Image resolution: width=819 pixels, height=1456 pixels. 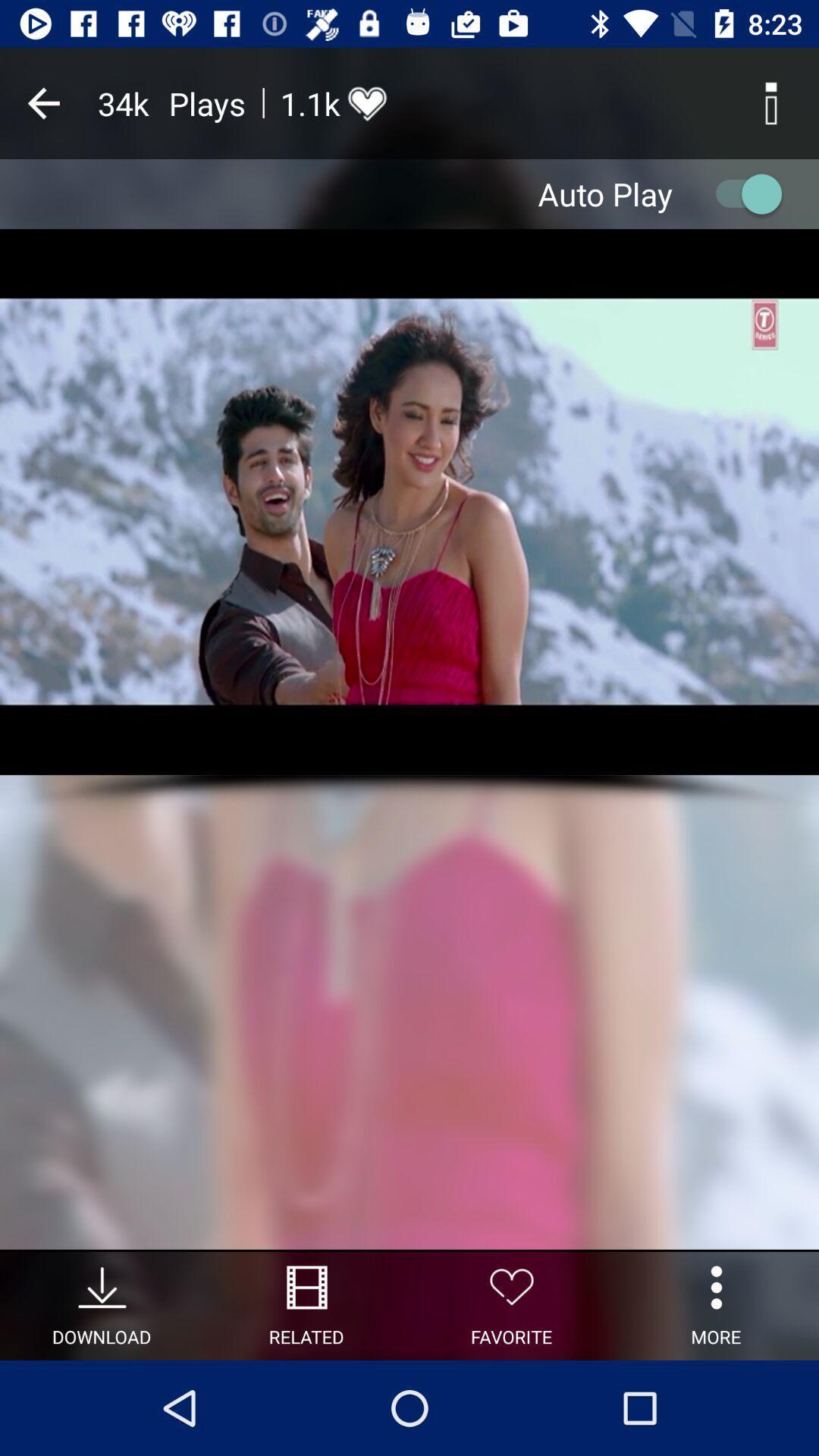 I want to click on previous button, so click(x=42, y=102).